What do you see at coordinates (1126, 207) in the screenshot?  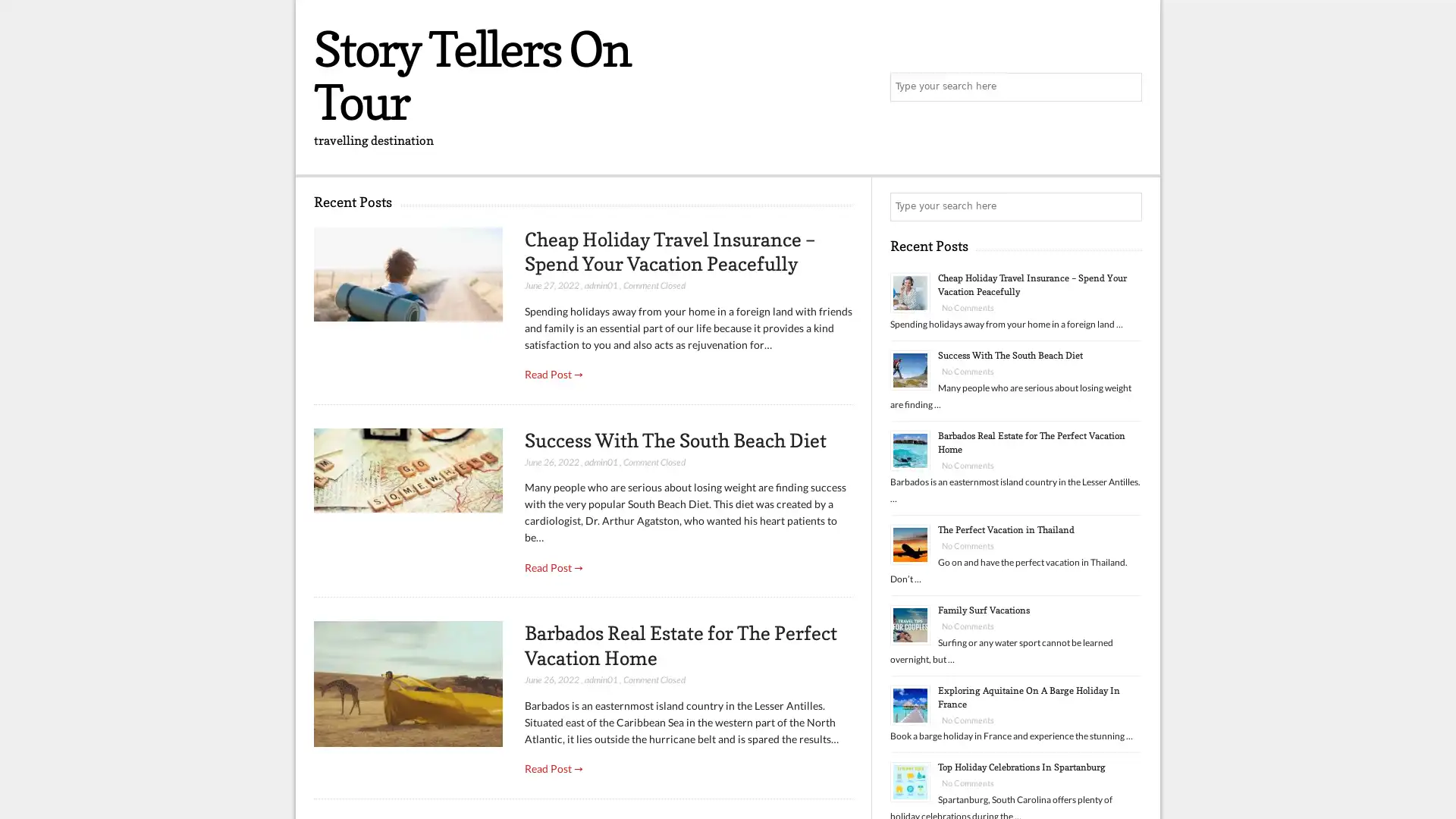 I see `Search` at bounding box center [1126, 207].